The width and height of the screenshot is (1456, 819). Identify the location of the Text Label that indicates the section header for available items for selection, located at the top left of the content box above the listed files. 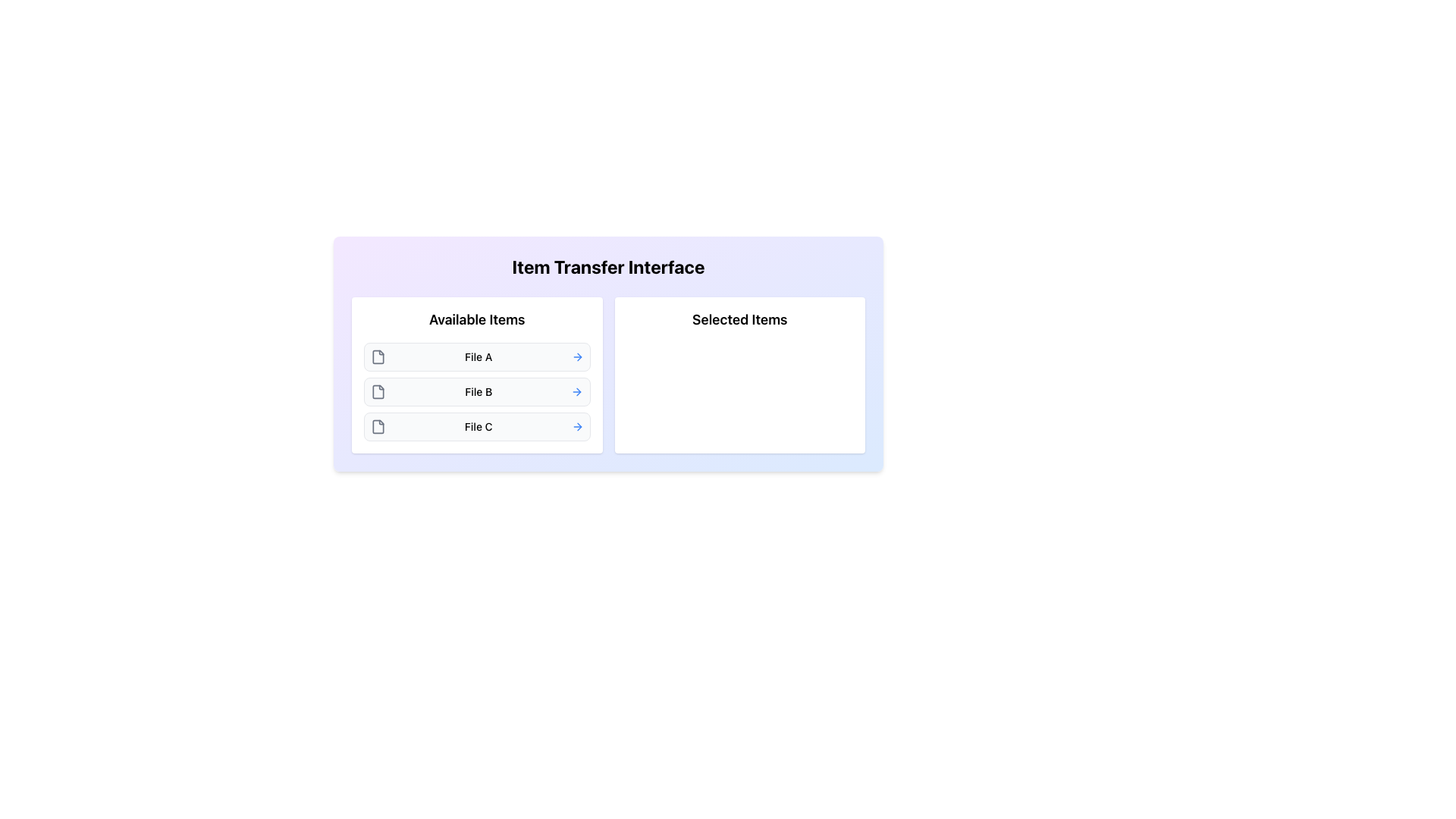
(476, 318).